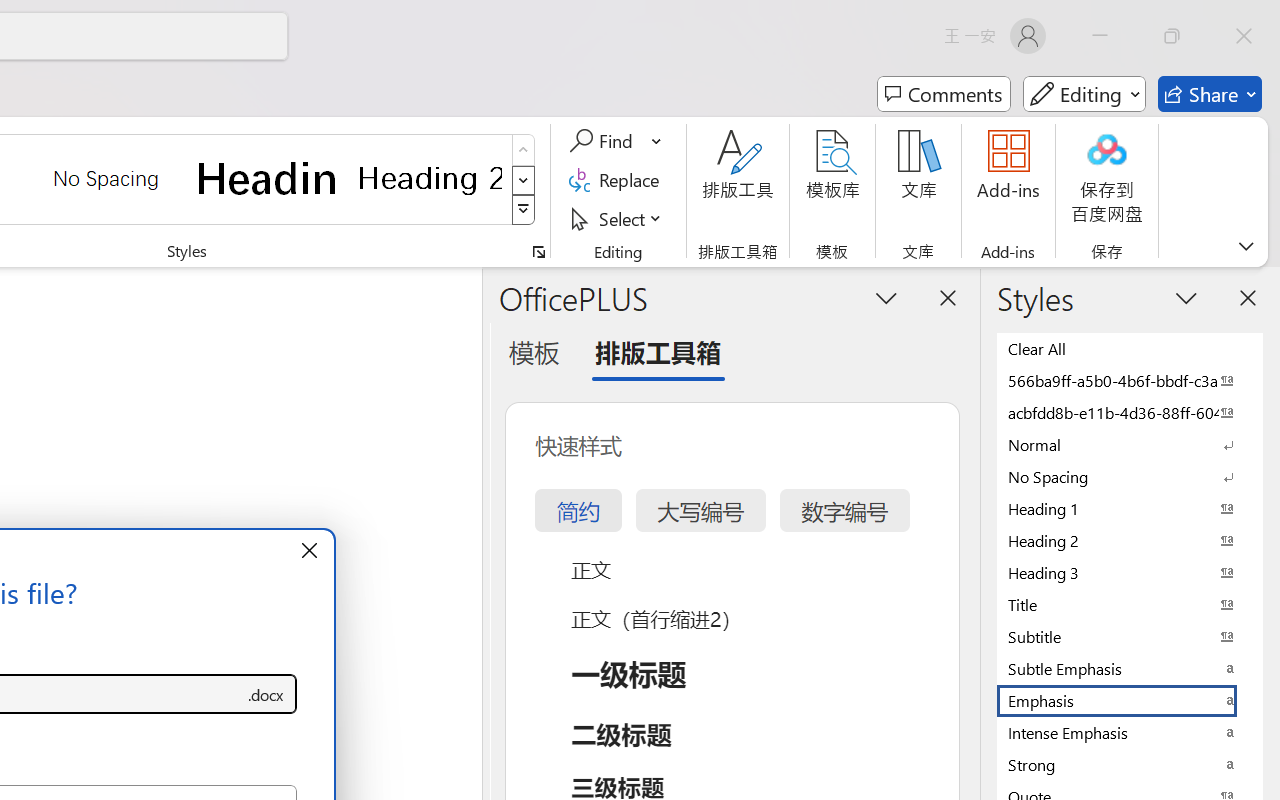 The image size is (1280, 800). What do you see at coordinates (538, 251) in the screenshot?
I see `'Styles...'` at bounding box center [538, 251].